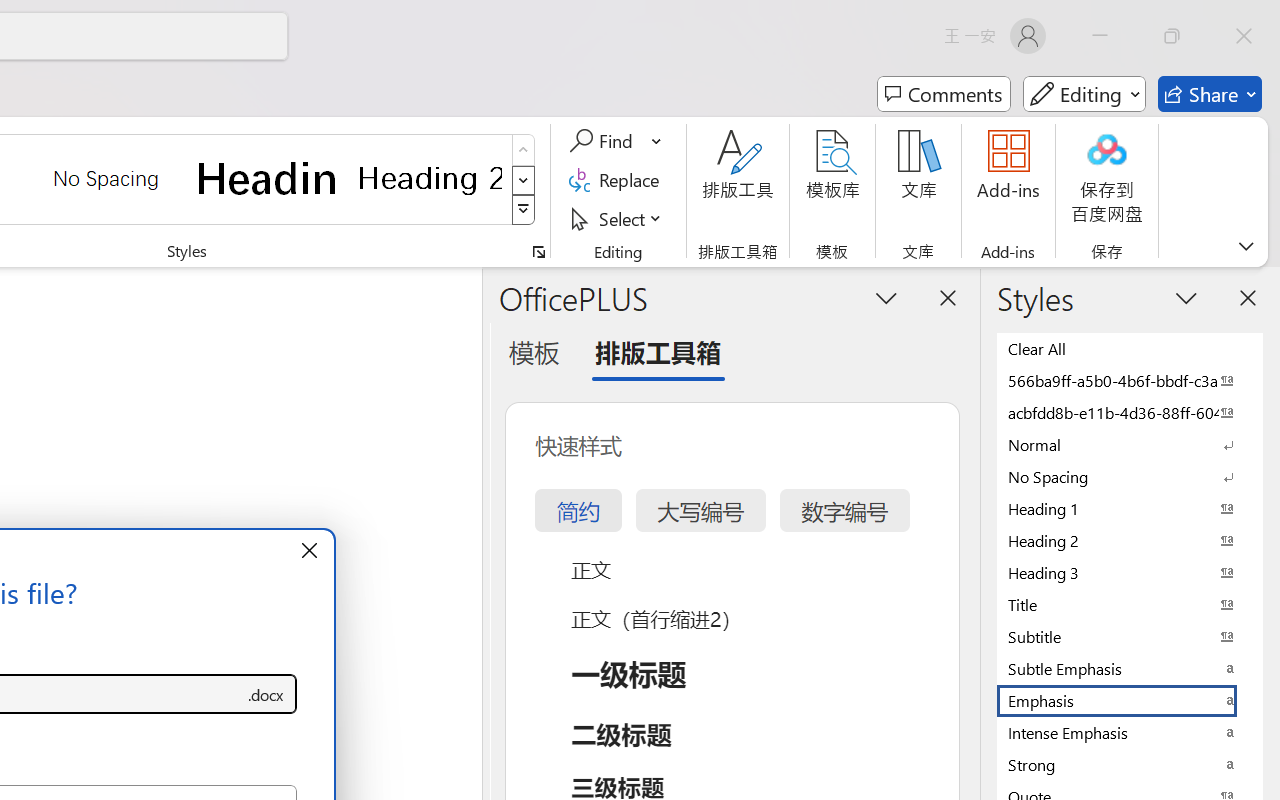 The image size is (1280, 800). What do you see at coordinates (538, 251) in the screenshot?
I see `'Styles...'` at bounding box center [538, 251].